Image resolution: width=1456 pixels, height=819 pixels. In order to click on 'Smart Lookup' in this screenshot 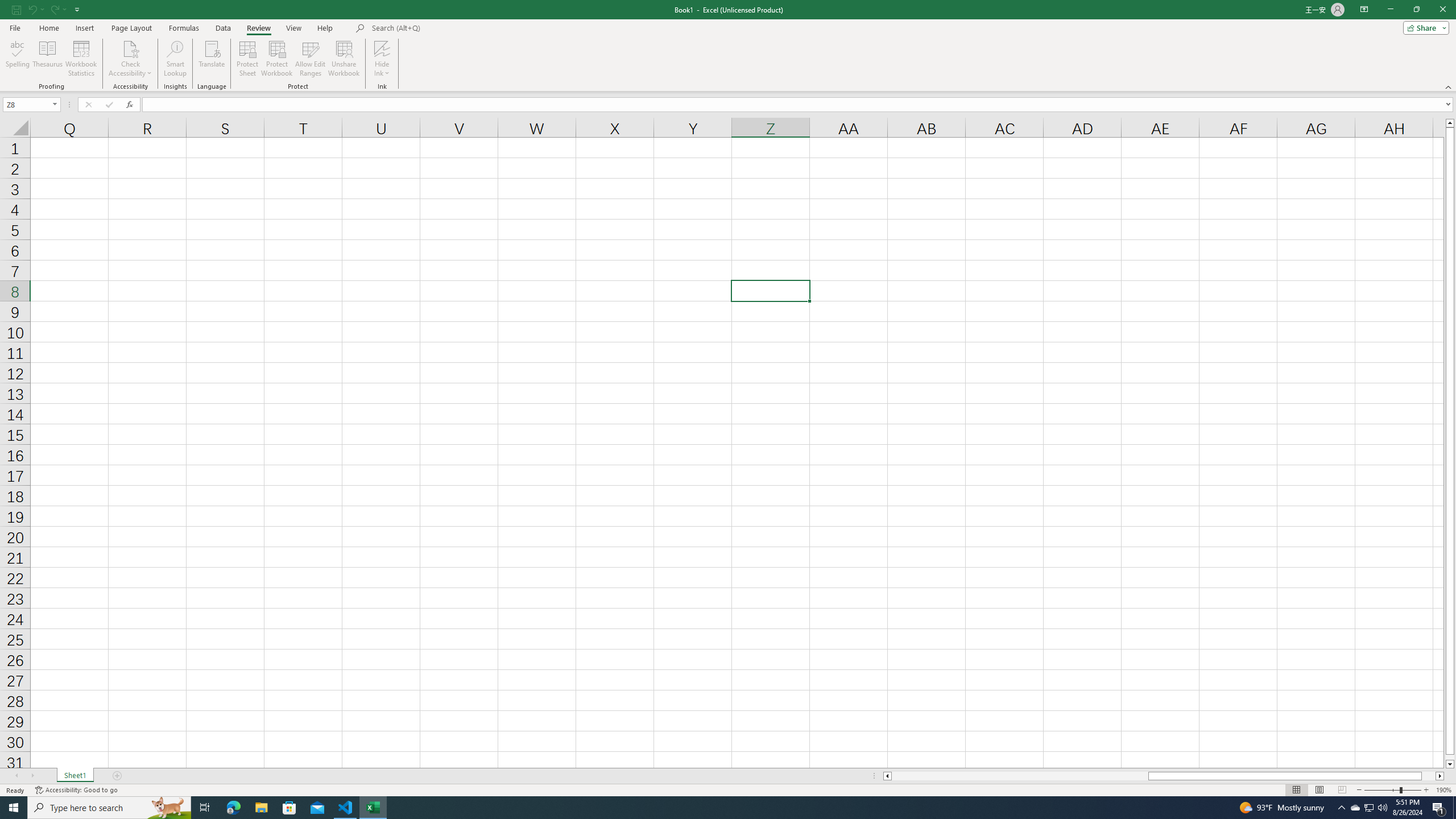, I will do `click(175, 59)`.